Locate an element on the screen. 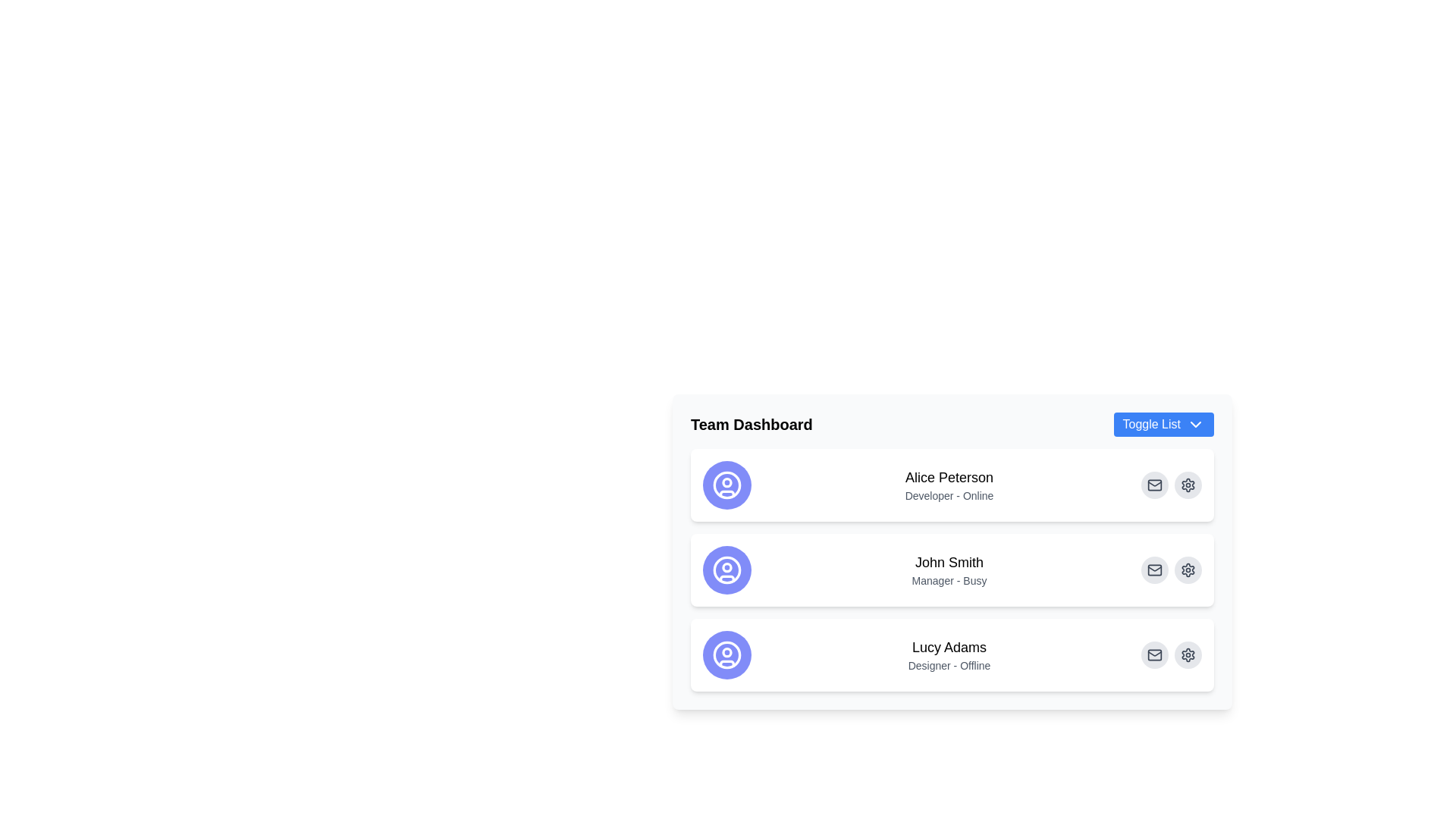 The image size is (1456, 819). the user profile icon representing 'Alice Peterson', located on the left side of the first row in the user profiles section of the dashboard is located at coordinates (726, 485).